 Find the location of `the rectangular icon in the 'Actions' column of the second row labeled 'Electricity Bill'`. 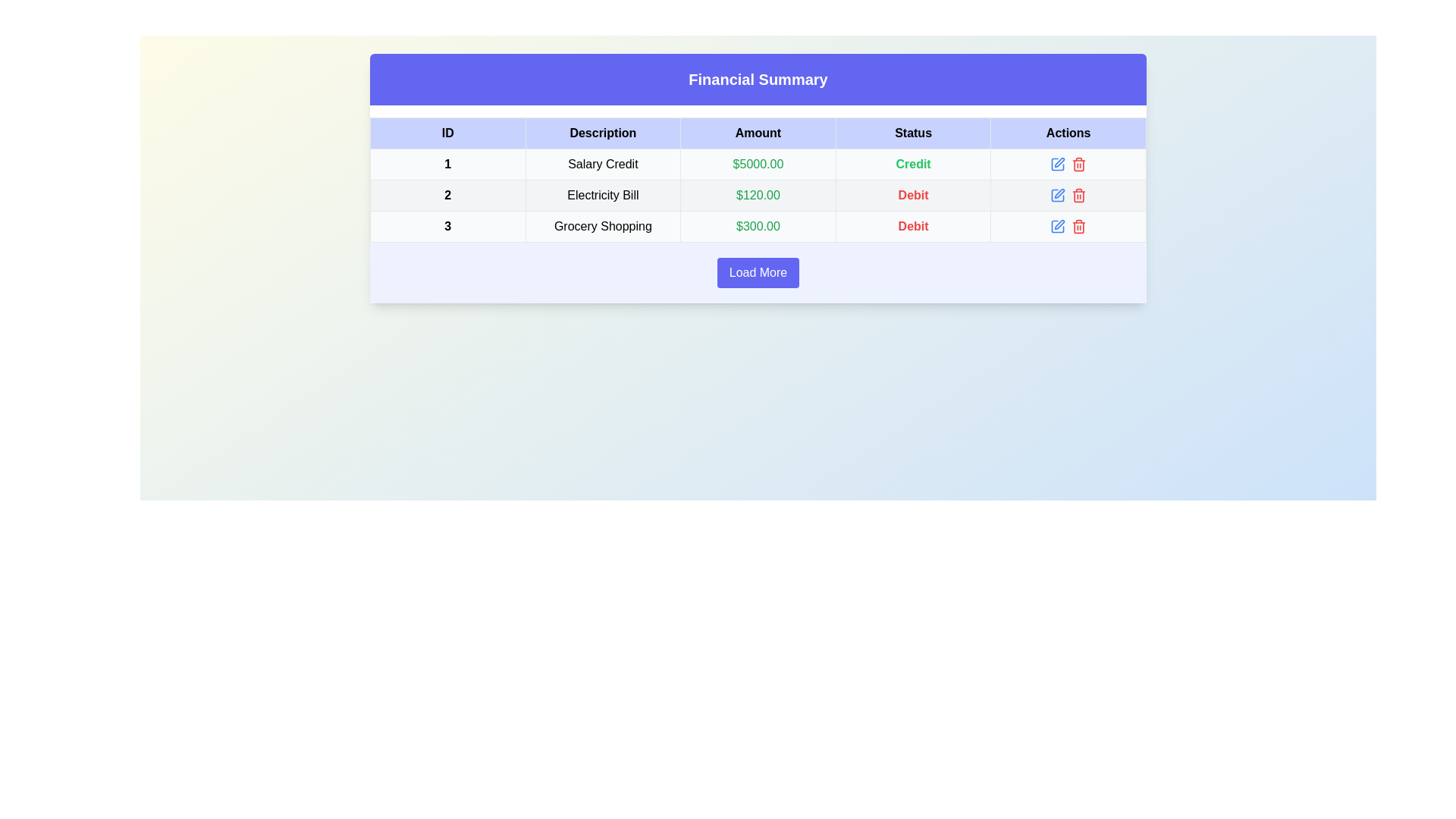

the rectangular icon in the 'Actions' column of the second row labeled 'Electricity Bill' is located at coordinates (1057, 195).